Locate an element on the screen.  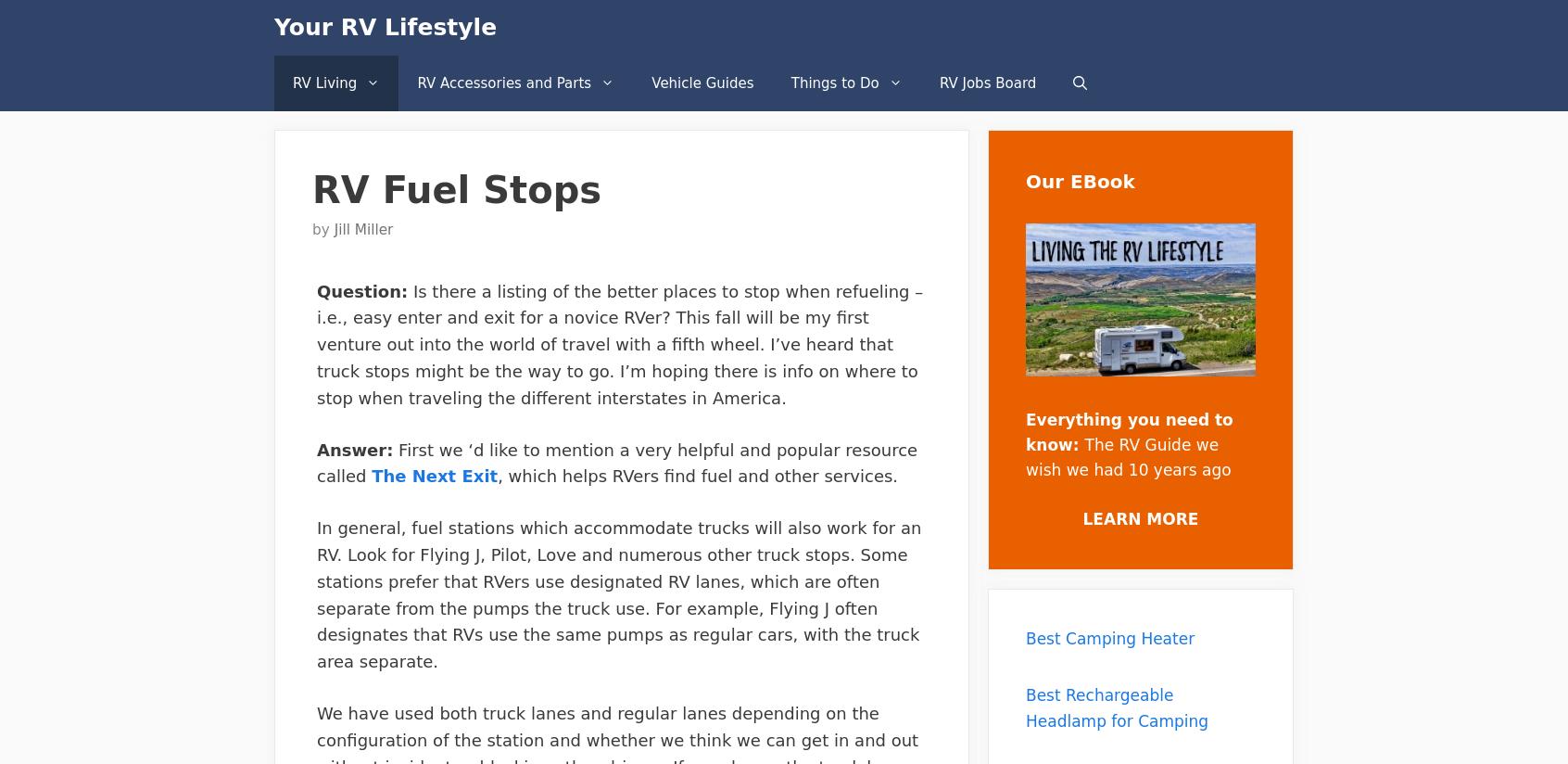
'RV Accessories and Parts' is located at coordinates (503, 82).